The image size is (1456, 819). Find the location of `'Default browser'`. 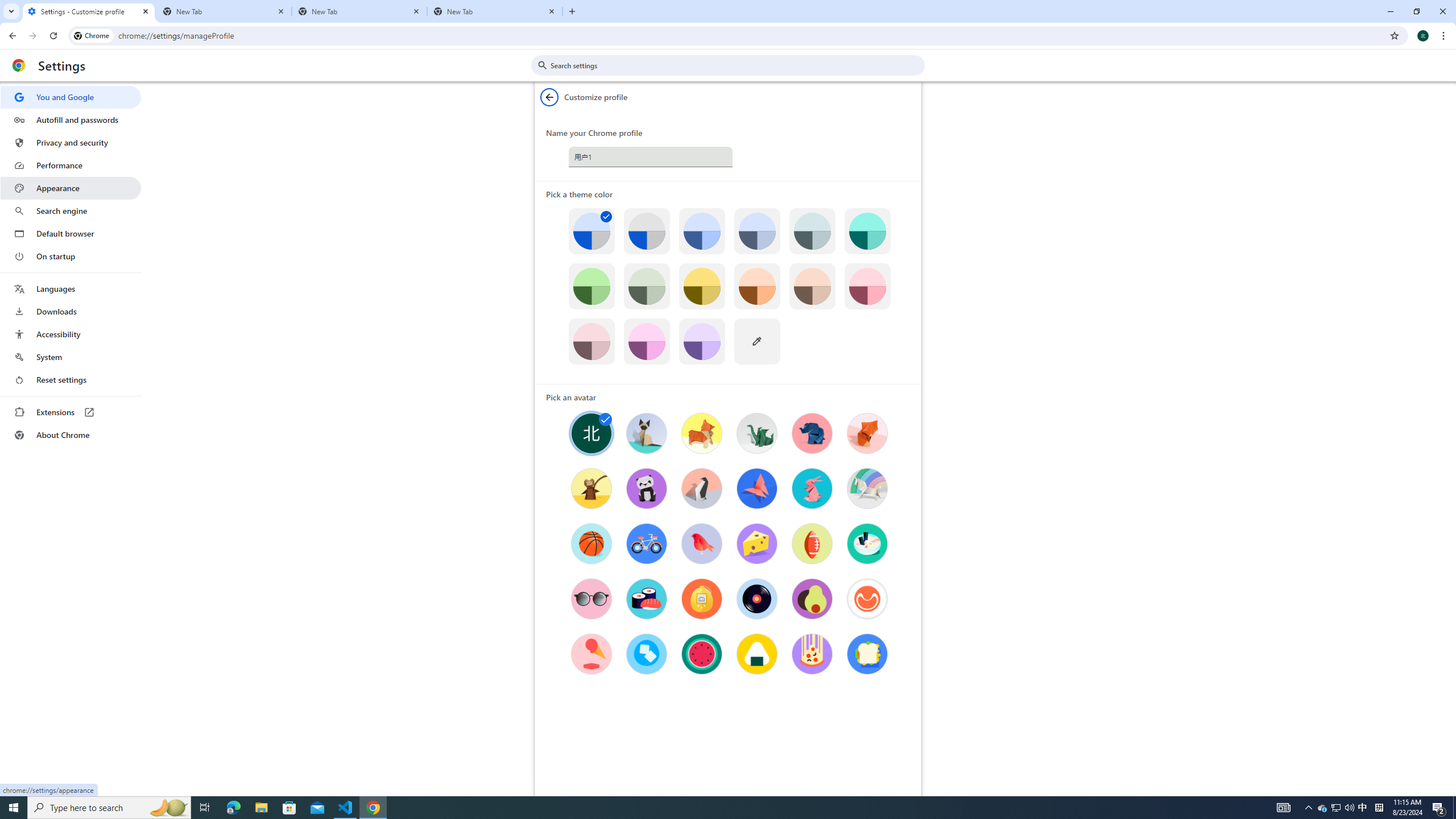

'Default browser' is located at coordinates (70, 233).